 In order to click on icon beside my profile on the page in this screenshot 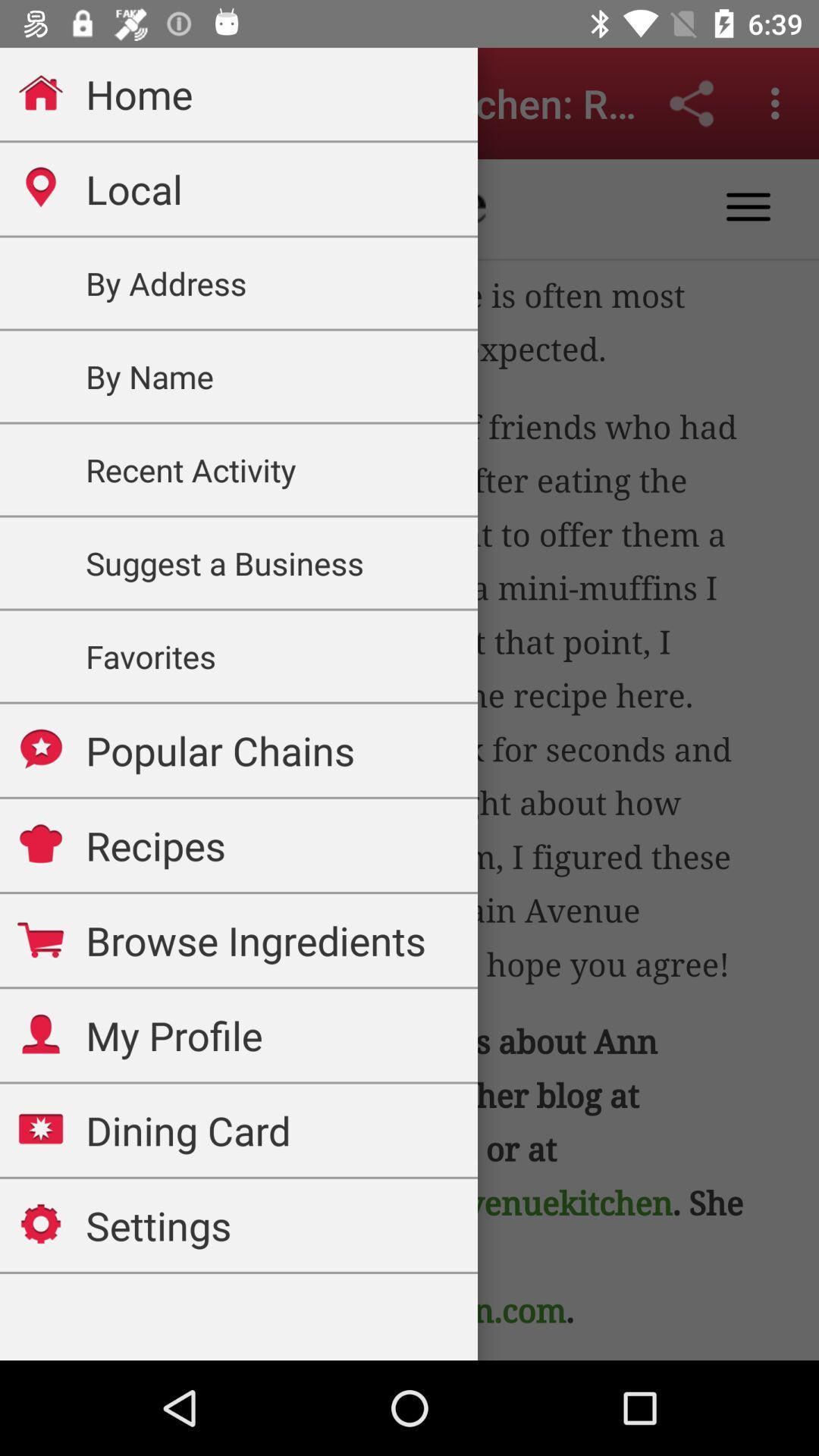, I will do `click(40, 1033)`.